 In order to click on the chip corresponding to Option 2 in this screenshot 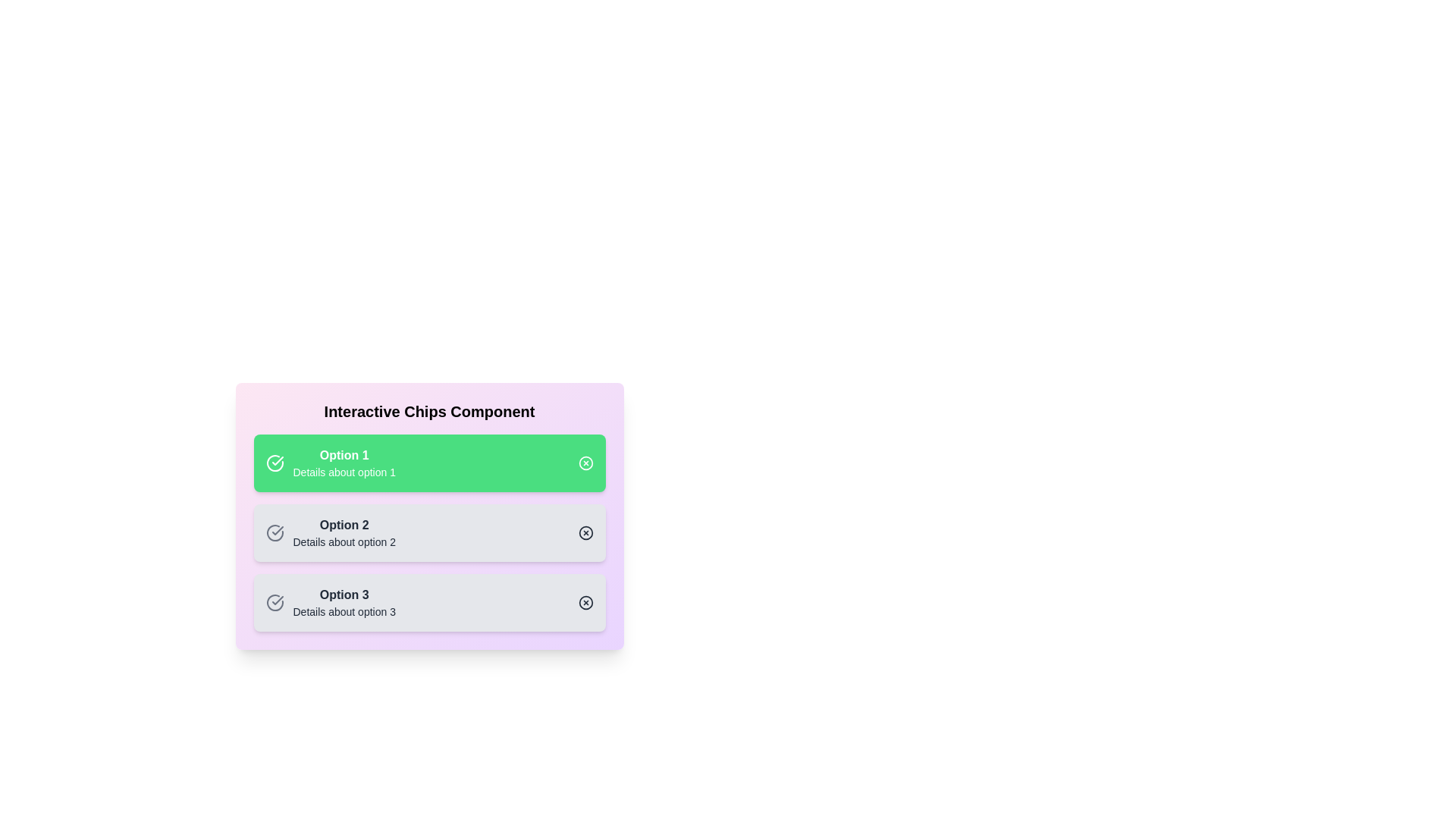, I will do `click(428, 532)`.